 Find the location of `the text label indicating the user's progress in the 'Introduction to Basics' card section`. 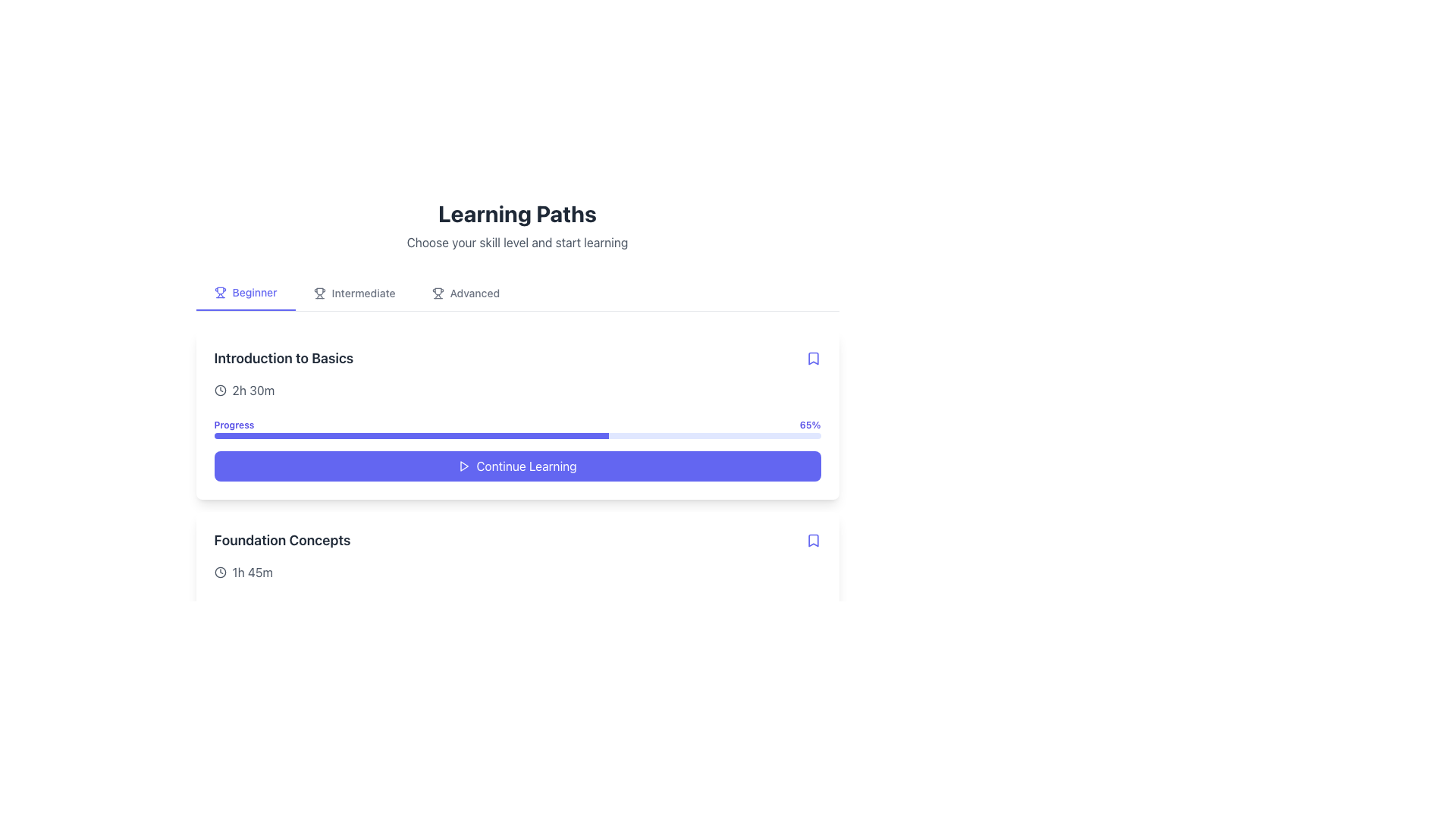

the text label indicating the user's progress in the 'Introduction to Basics' card section is located at coordinates (233, 424).